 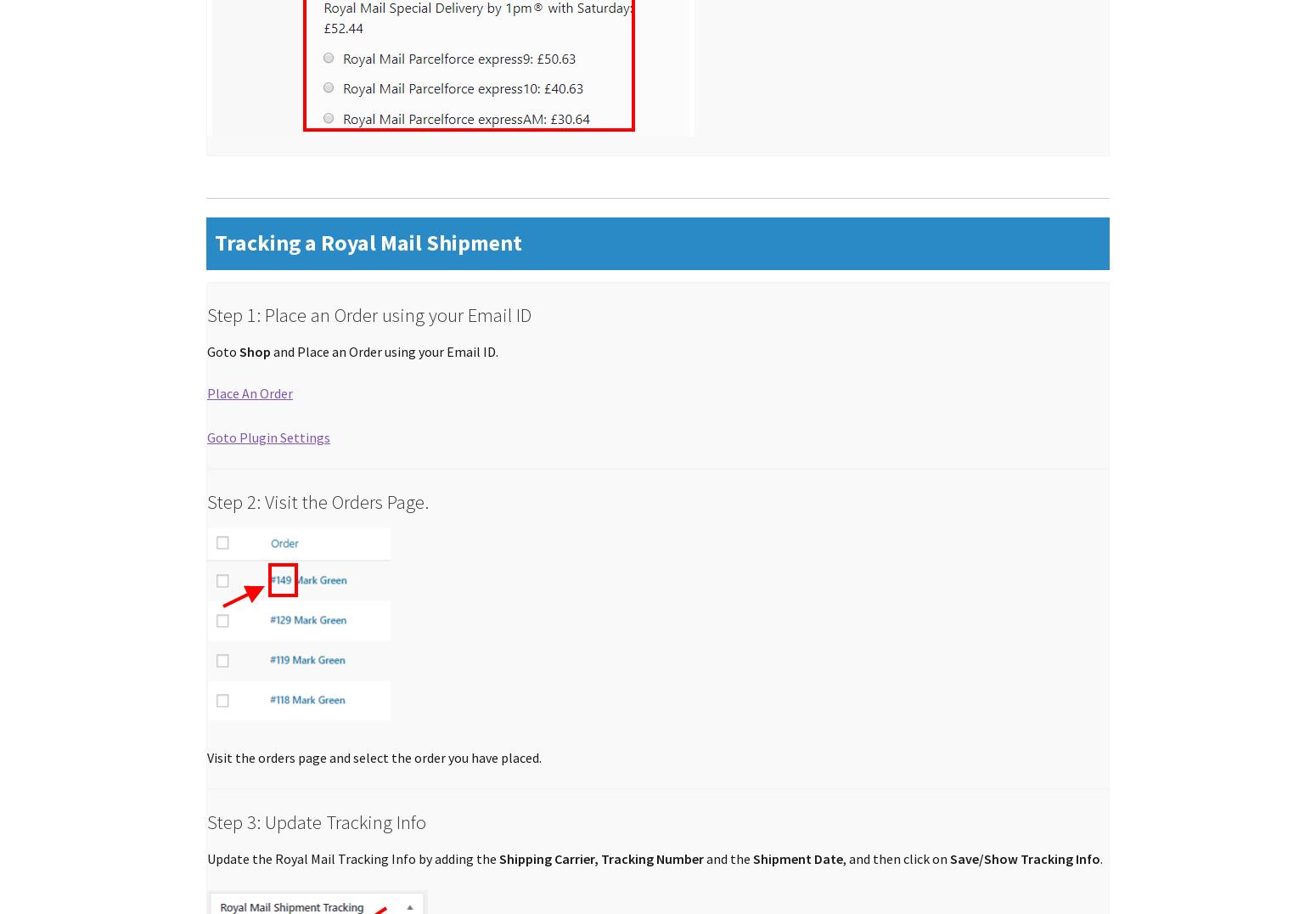 I want to click on 'Step 3: Update Tracking Info', so click(x=315, y=821).